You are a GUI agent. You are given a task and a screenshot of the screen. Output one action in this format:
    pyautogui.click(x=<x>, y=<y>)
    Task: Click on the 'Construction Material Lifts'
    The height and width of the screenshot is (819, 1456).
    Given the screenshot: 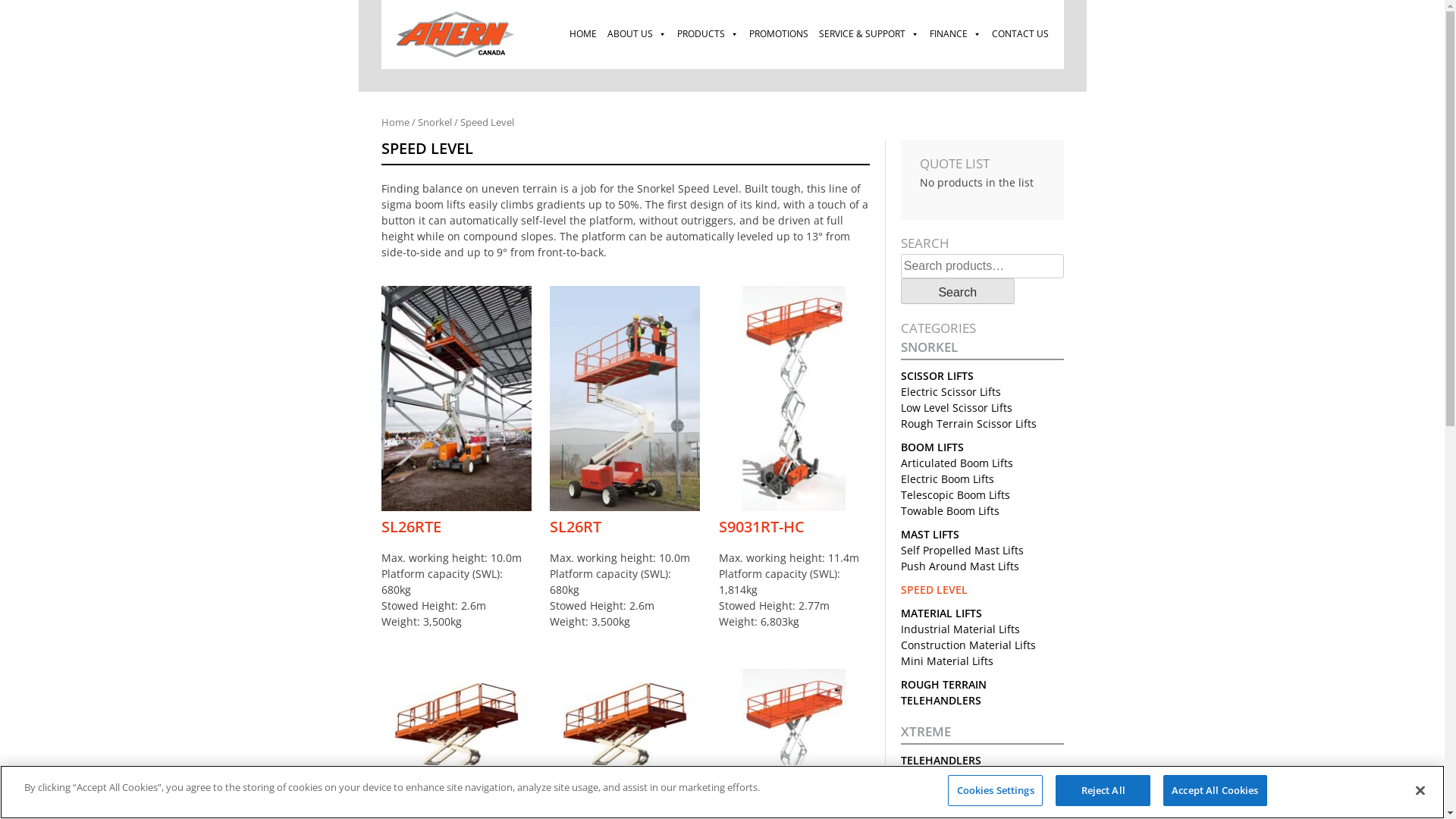 What is the action you would take?
    pyautogui.click(x=967, y=645)
    